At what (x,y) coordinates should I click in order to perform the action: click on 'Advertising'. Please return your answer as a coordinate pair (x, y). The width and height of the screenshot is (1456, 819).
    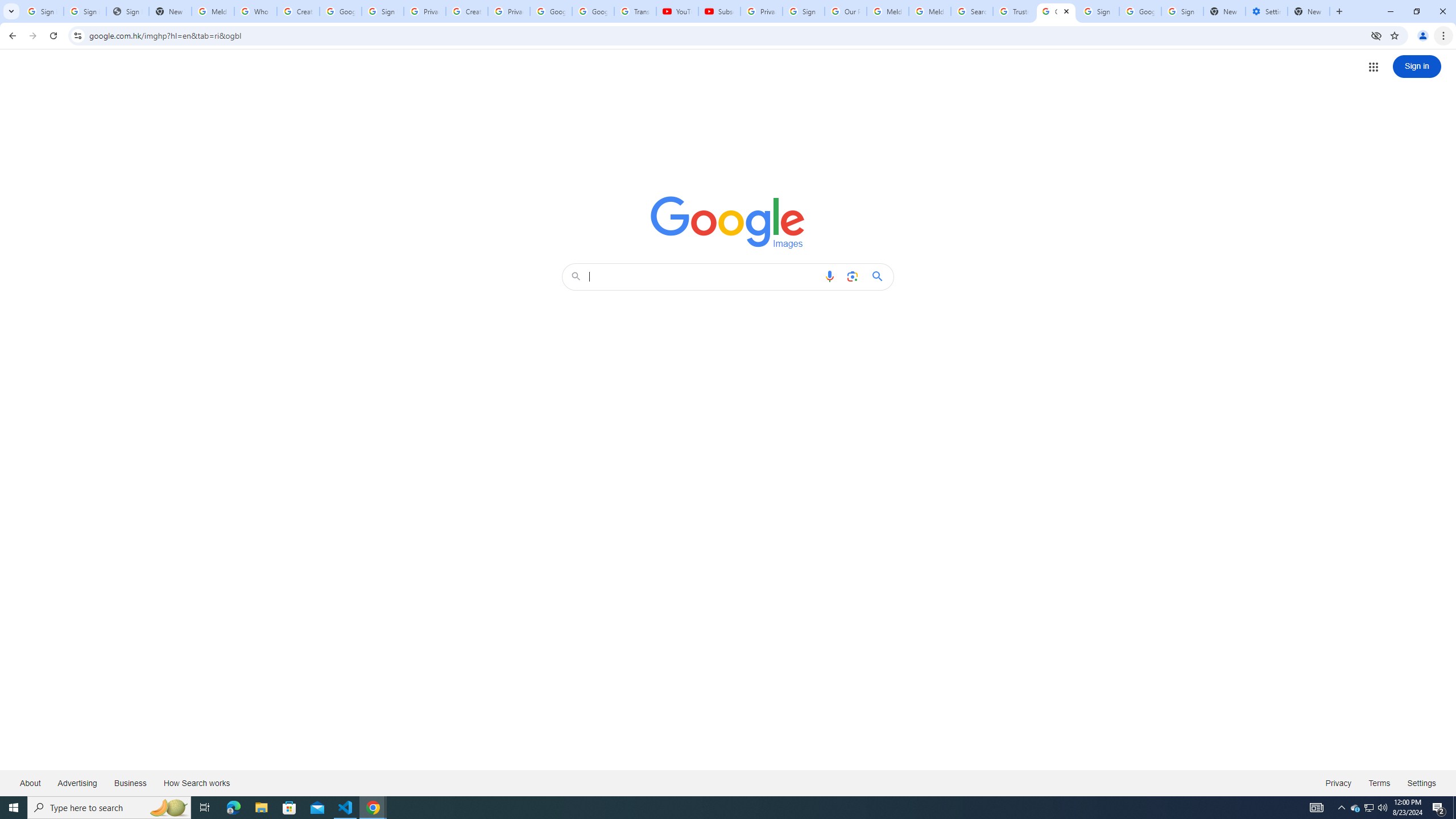
    Looking at the image, I should click on (77, 782).